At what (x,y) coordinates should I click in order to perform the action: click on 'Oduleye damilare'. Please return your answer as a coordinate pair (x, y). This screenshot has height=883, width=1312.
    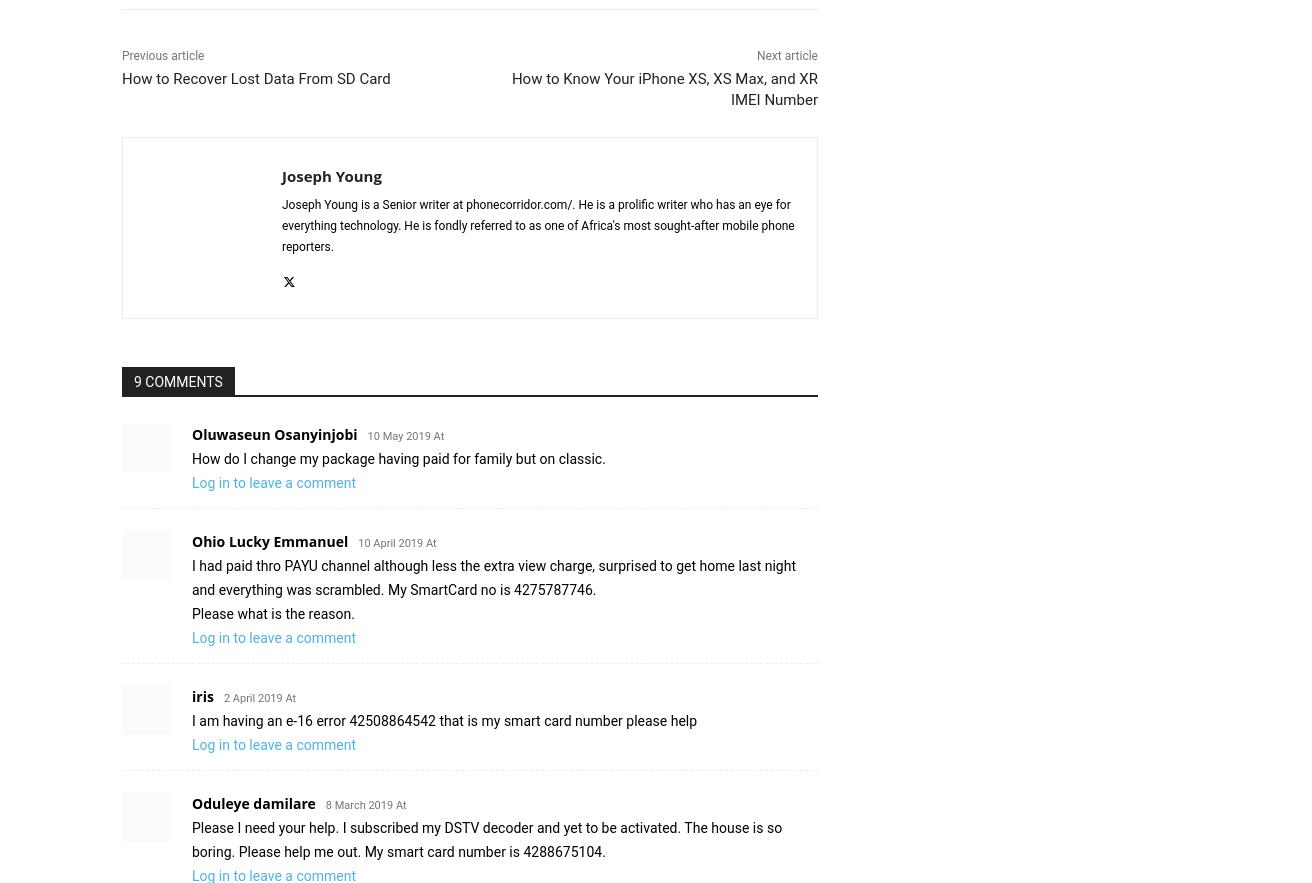
    Looking at the image, I should click on (190, 802).